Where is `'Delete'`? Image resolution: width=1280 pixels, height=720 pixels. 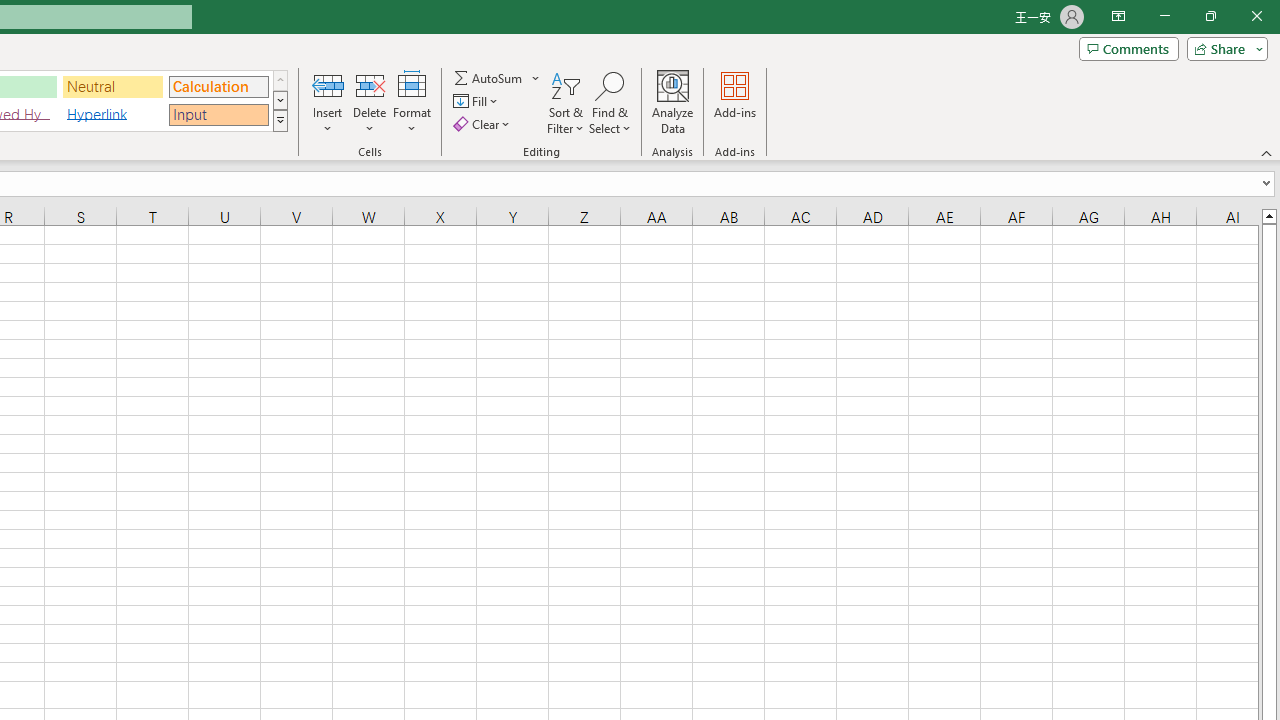 'Delete' is located at coordinates (369, 103).